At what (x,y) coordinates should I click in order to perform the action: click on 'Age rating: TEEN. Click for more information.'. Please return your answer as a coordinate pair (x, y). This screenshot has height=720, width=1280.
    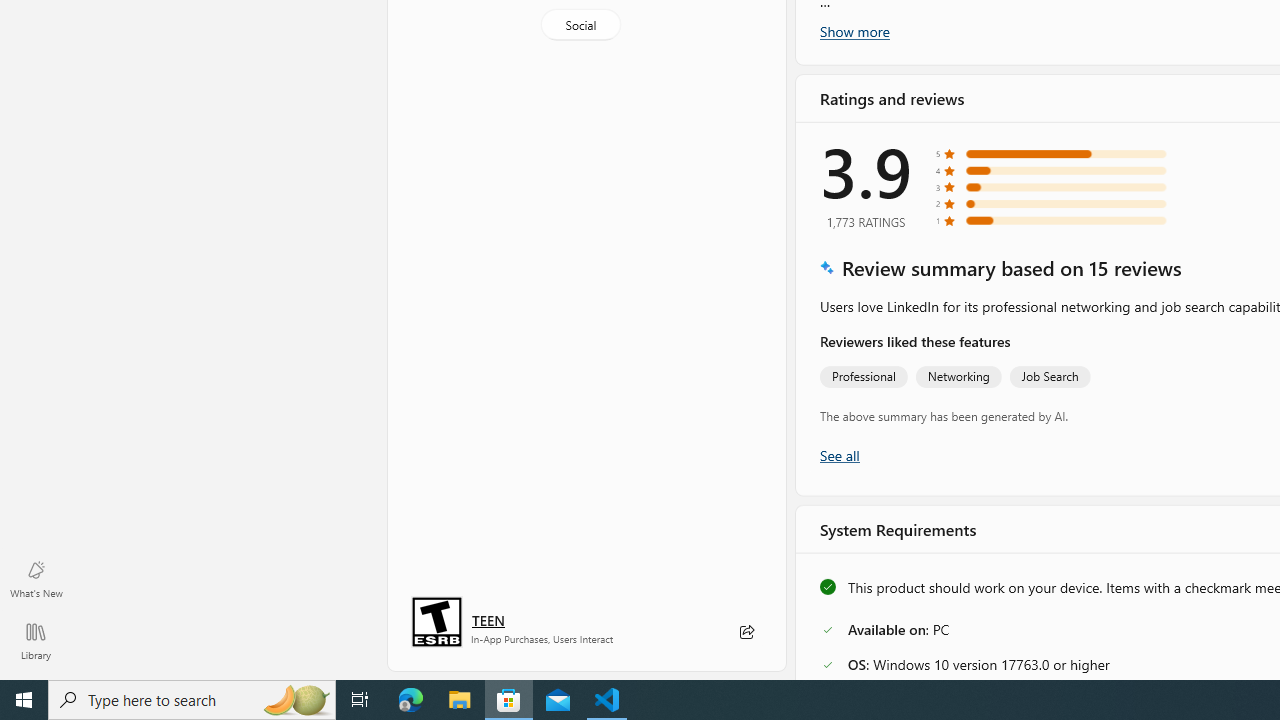
    Looking at the image, I should click on (488, 618).